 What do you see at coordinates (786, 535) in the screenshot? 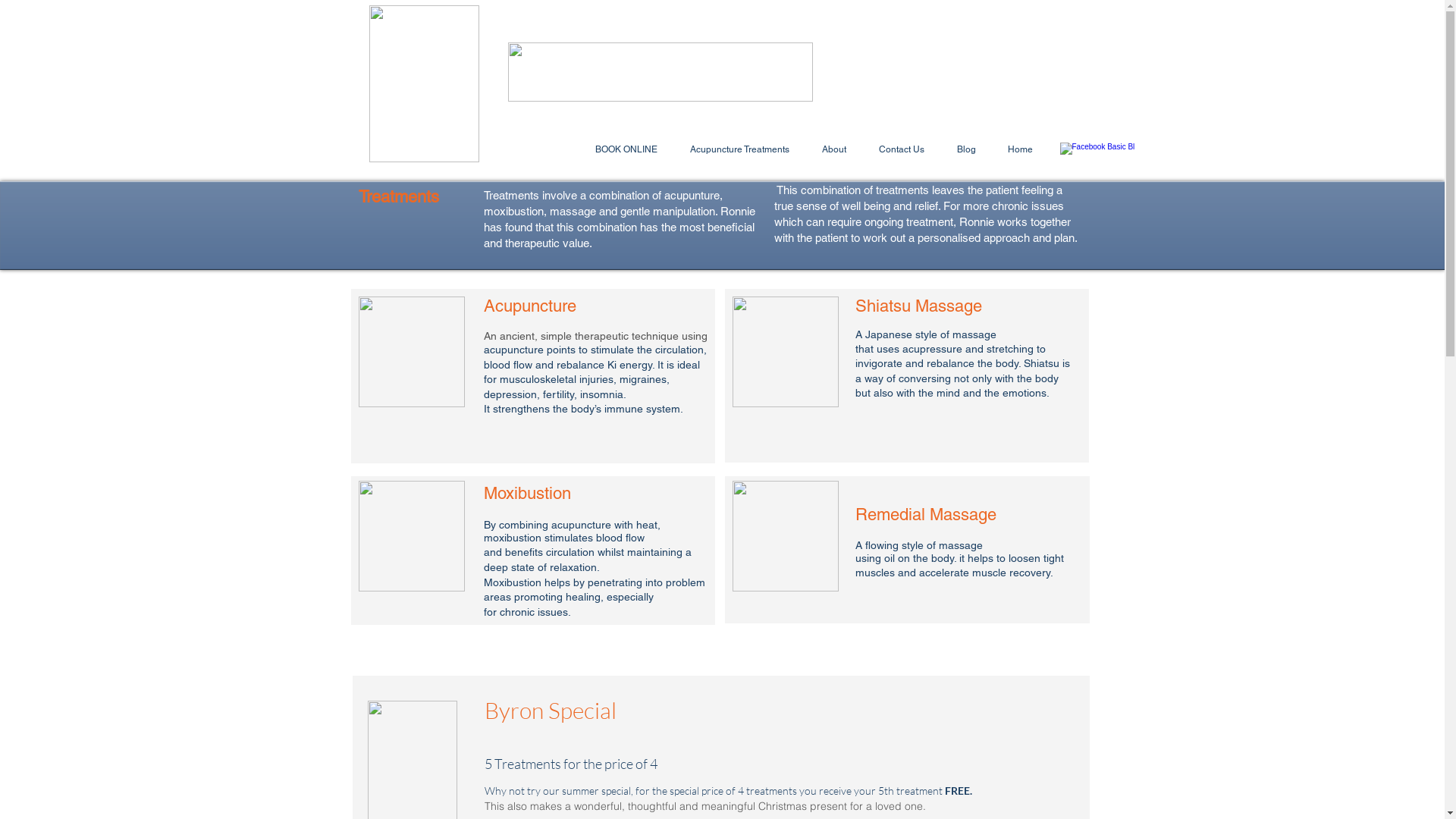
I see `'Natural Herbs'` at bounding box center [786, 535].